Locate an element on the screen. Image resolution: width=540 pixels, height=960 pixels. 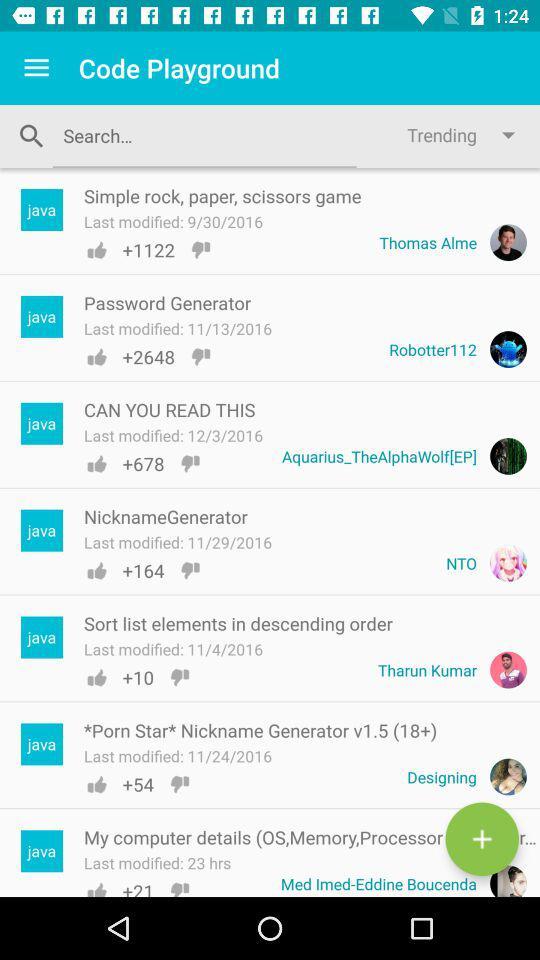
the text box which says search is located at coordinates (203, 134).